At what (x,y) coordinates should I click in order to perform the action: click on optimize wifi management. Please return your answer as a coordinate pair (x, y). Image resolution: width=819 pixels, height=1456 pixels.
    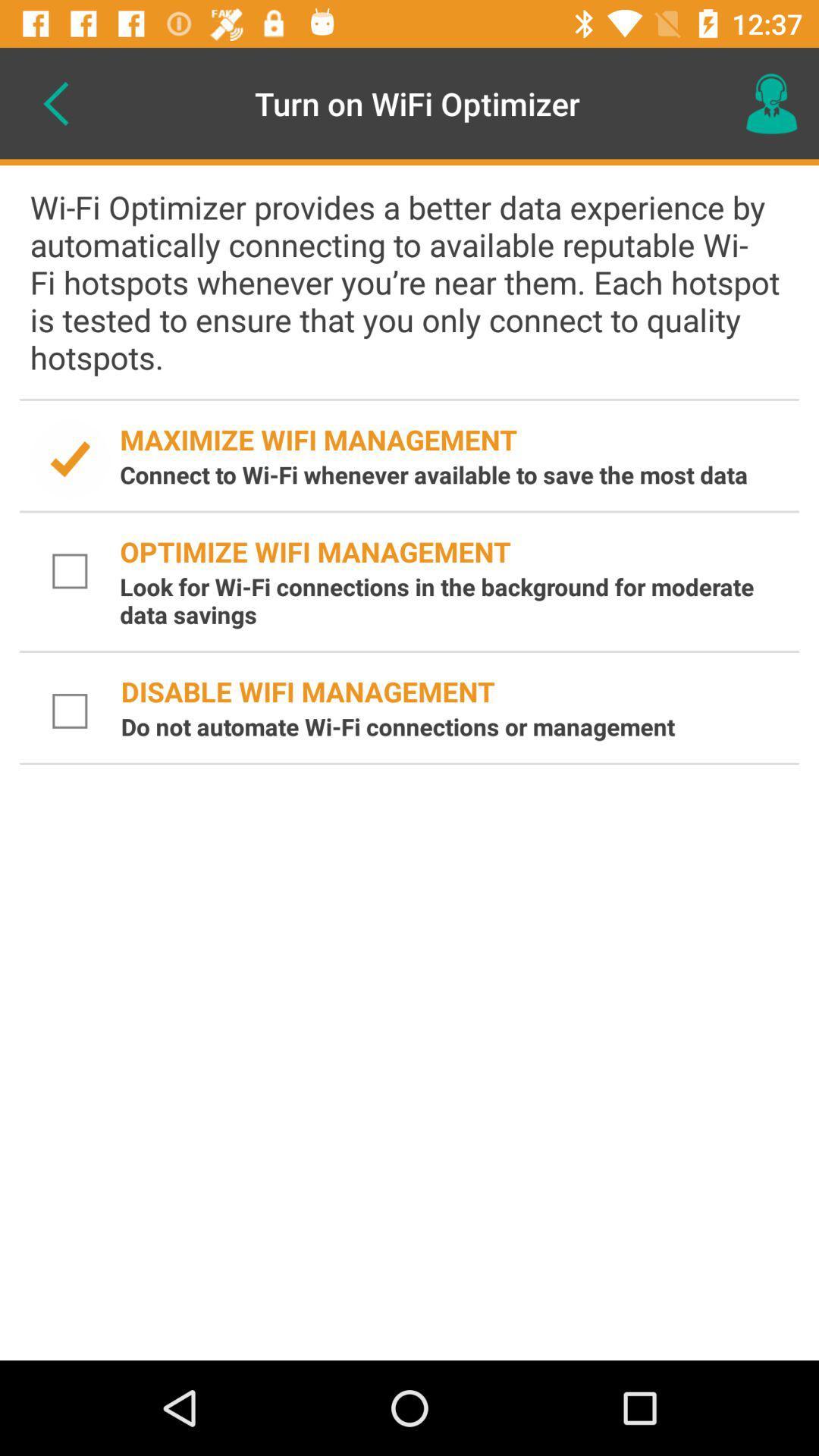
    Looking at the image, I should click on (70, 570).